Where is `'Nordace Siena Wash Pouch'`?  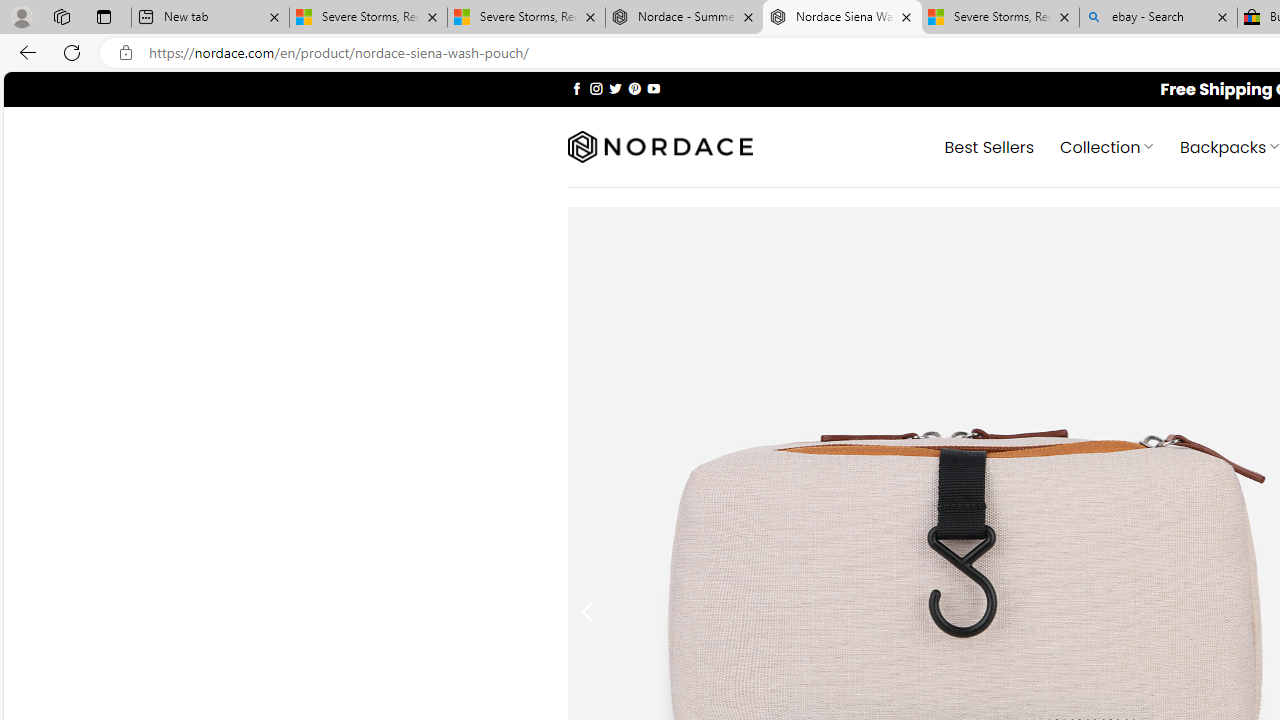 'Nordace Siena Wash Pouch' is located at coordinates (842, 17).